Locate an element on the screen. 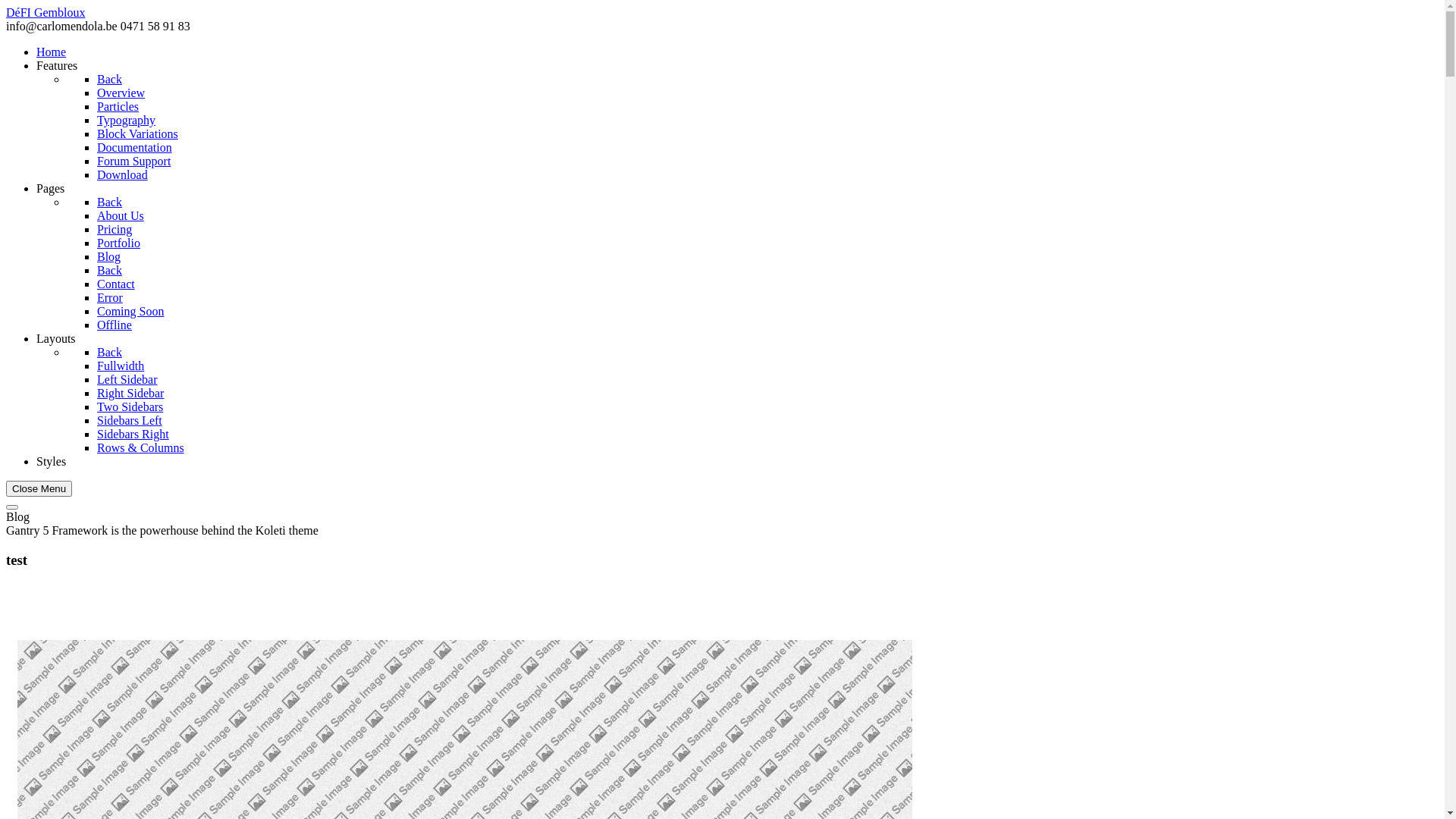  'Fullwidth' is located at coordinates (119, 366).